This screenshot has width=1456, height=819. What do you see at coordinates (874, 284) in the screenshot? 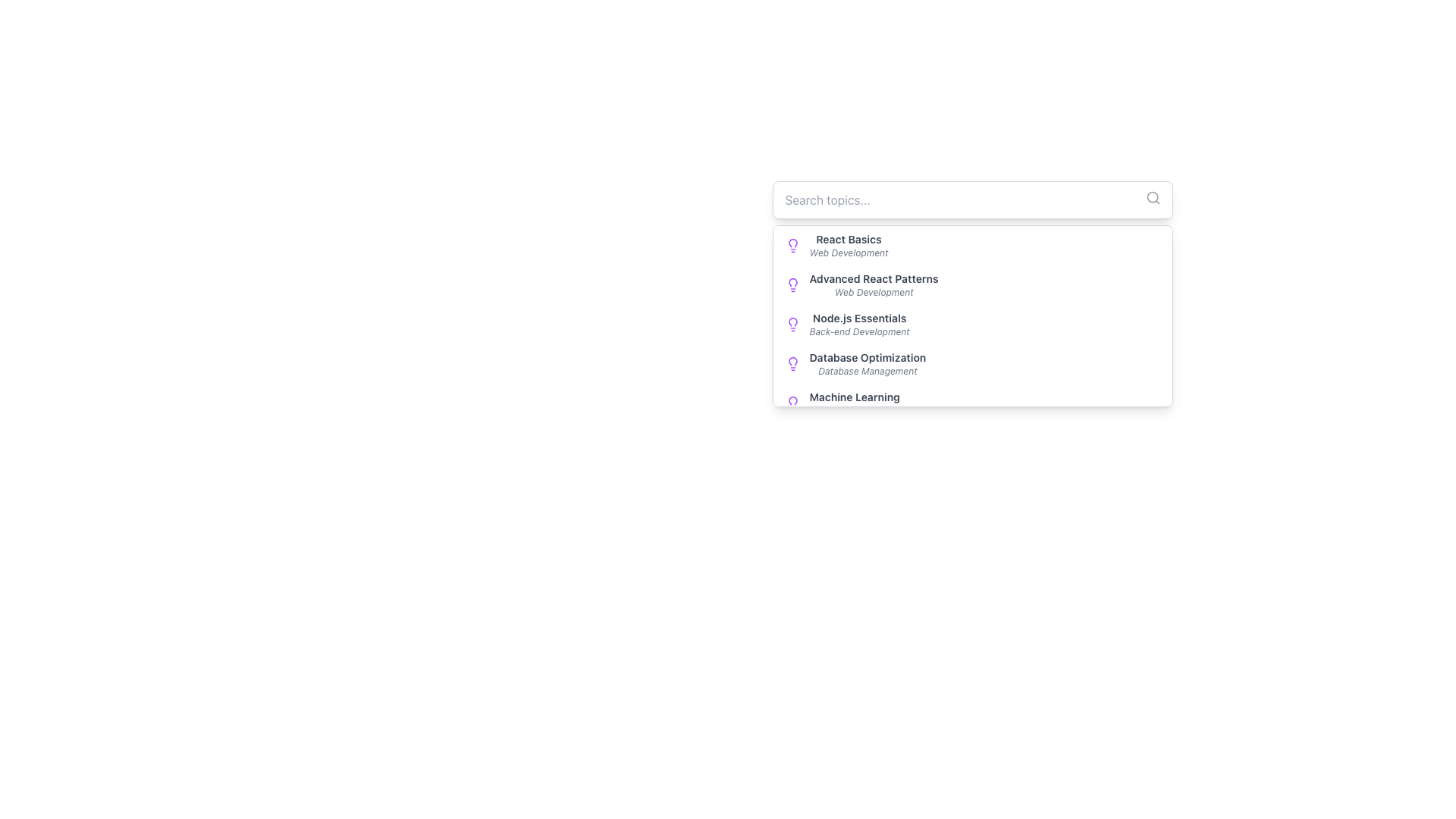
I see `the selectable list item labeled 'Advanced React Patterns' in the vertical list under 'Search topics...'` at bounding box center [874, 284].